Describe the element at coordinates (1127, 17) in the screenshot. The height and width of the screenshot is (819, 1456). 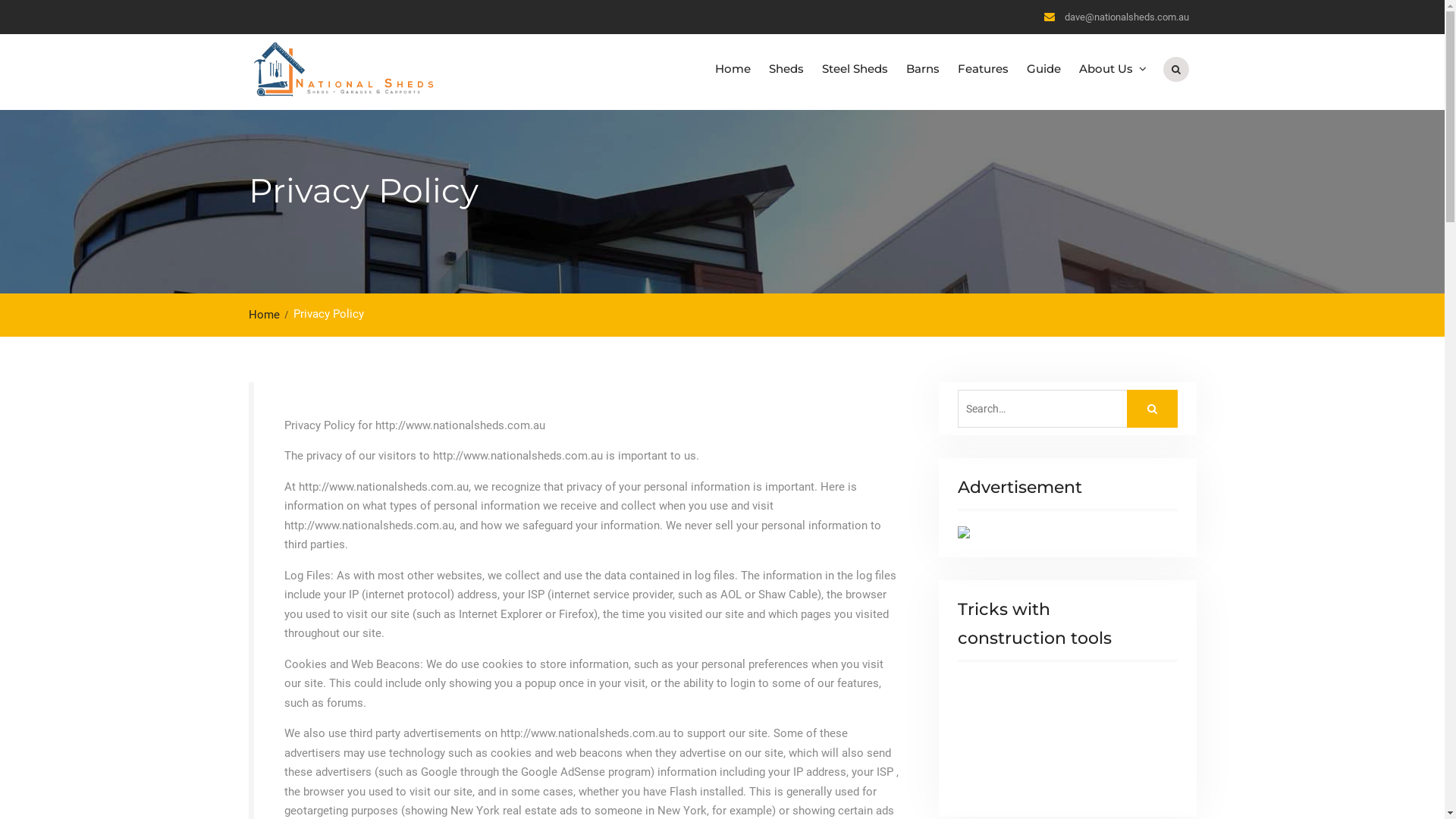
I see `'dave@nationalsheds.com.au'` at that location.